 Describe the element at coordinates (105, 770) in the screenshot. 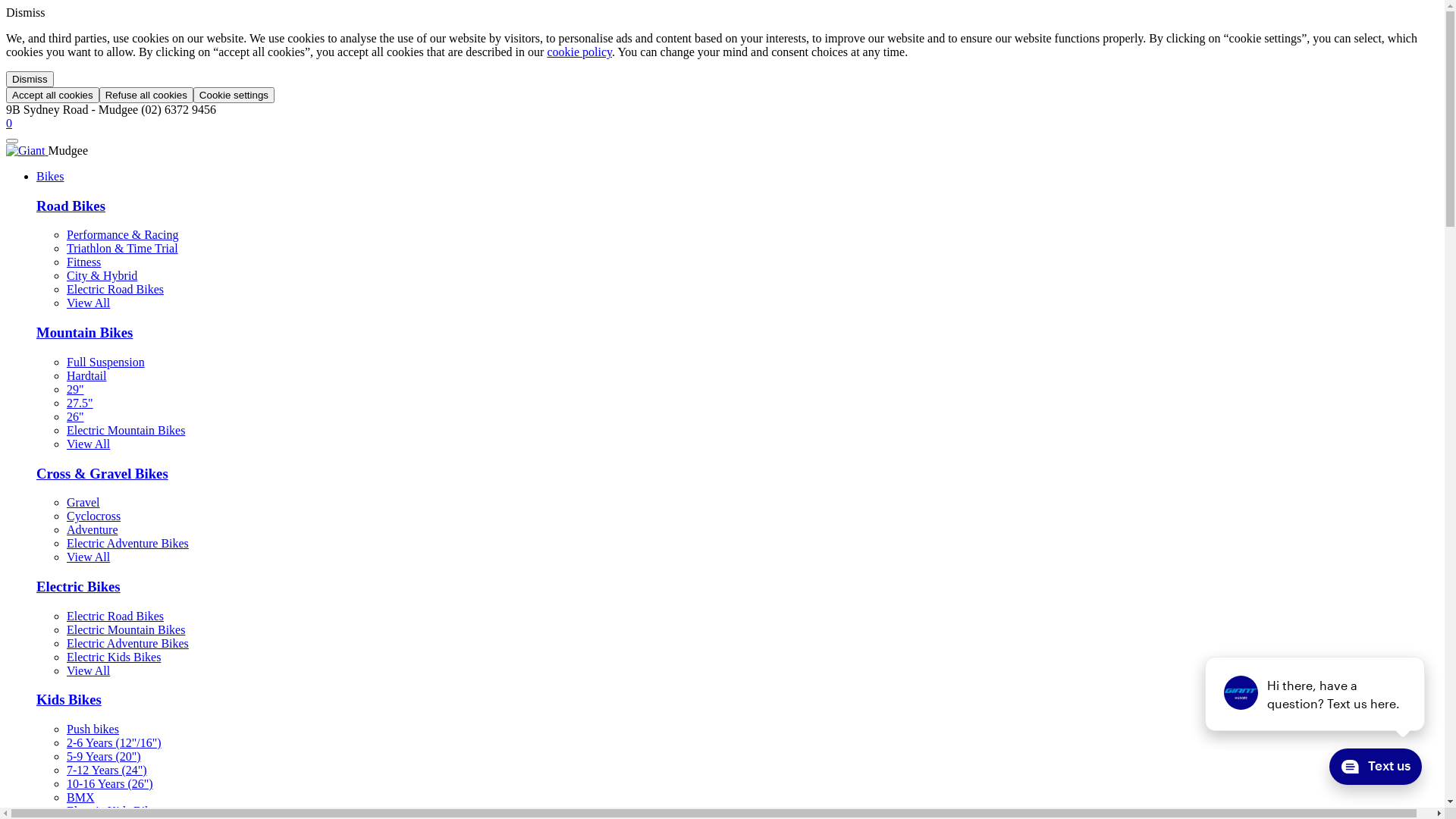

I see `'7-12 Years (24")'` at that location.